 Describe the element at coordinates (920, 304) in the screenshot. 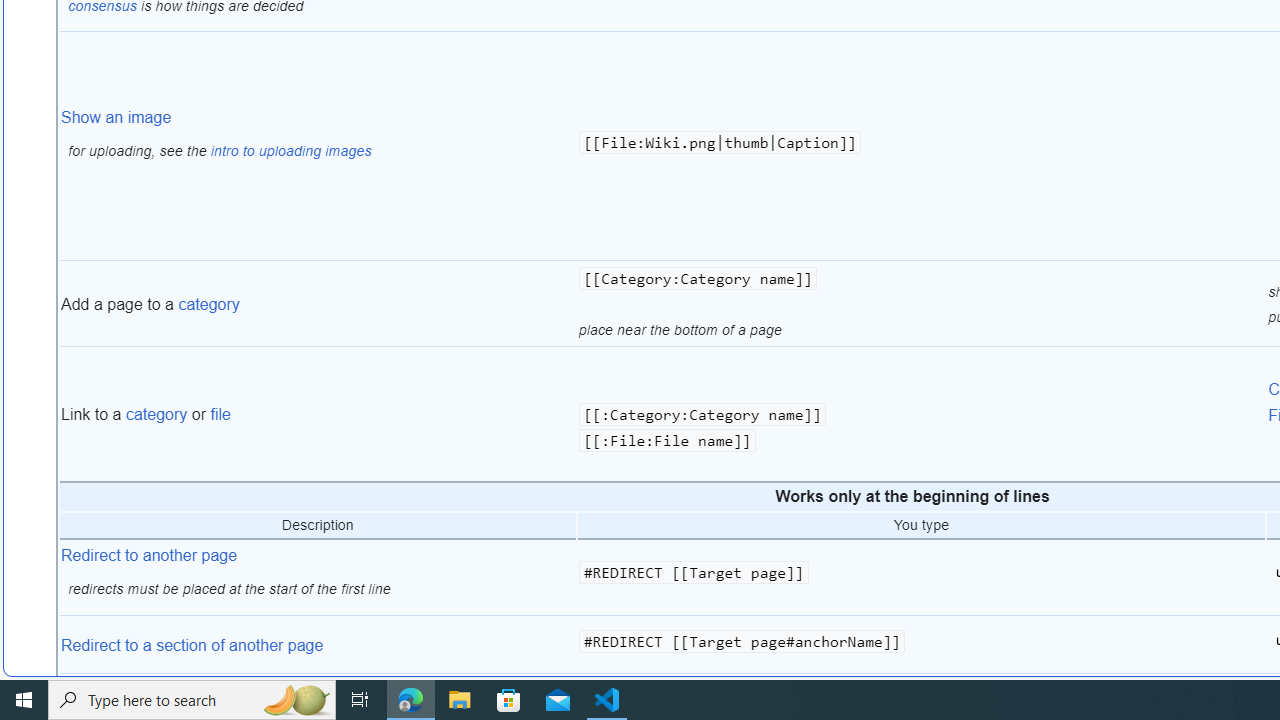

I see `'[[Category:Category name]] place near the bottom of a page'` at that location.